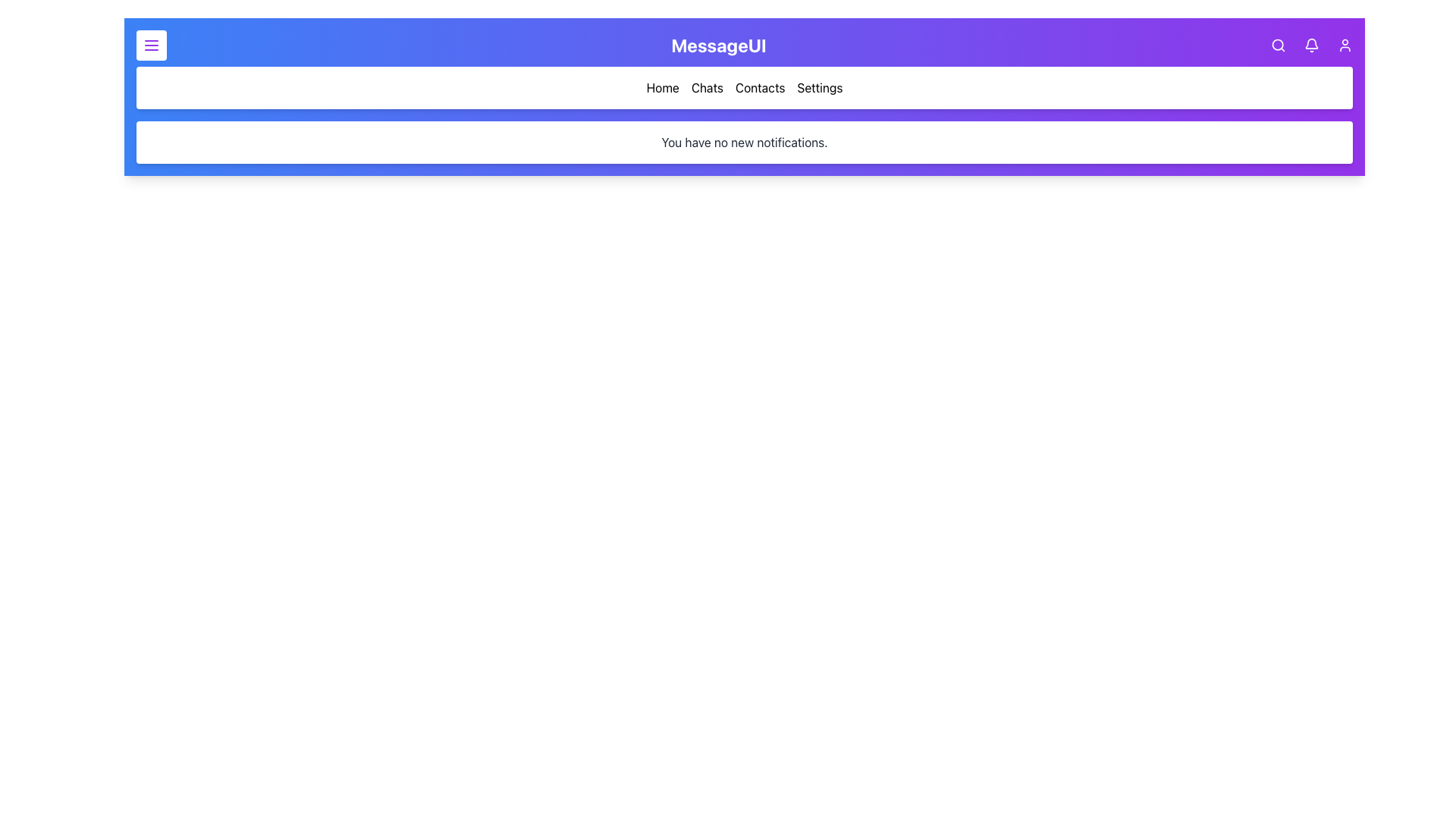  Describe the element at coordinates (152, 45) in the screenshot. I see `the menu button located at the top-left corner of the navigation bar` at that location.